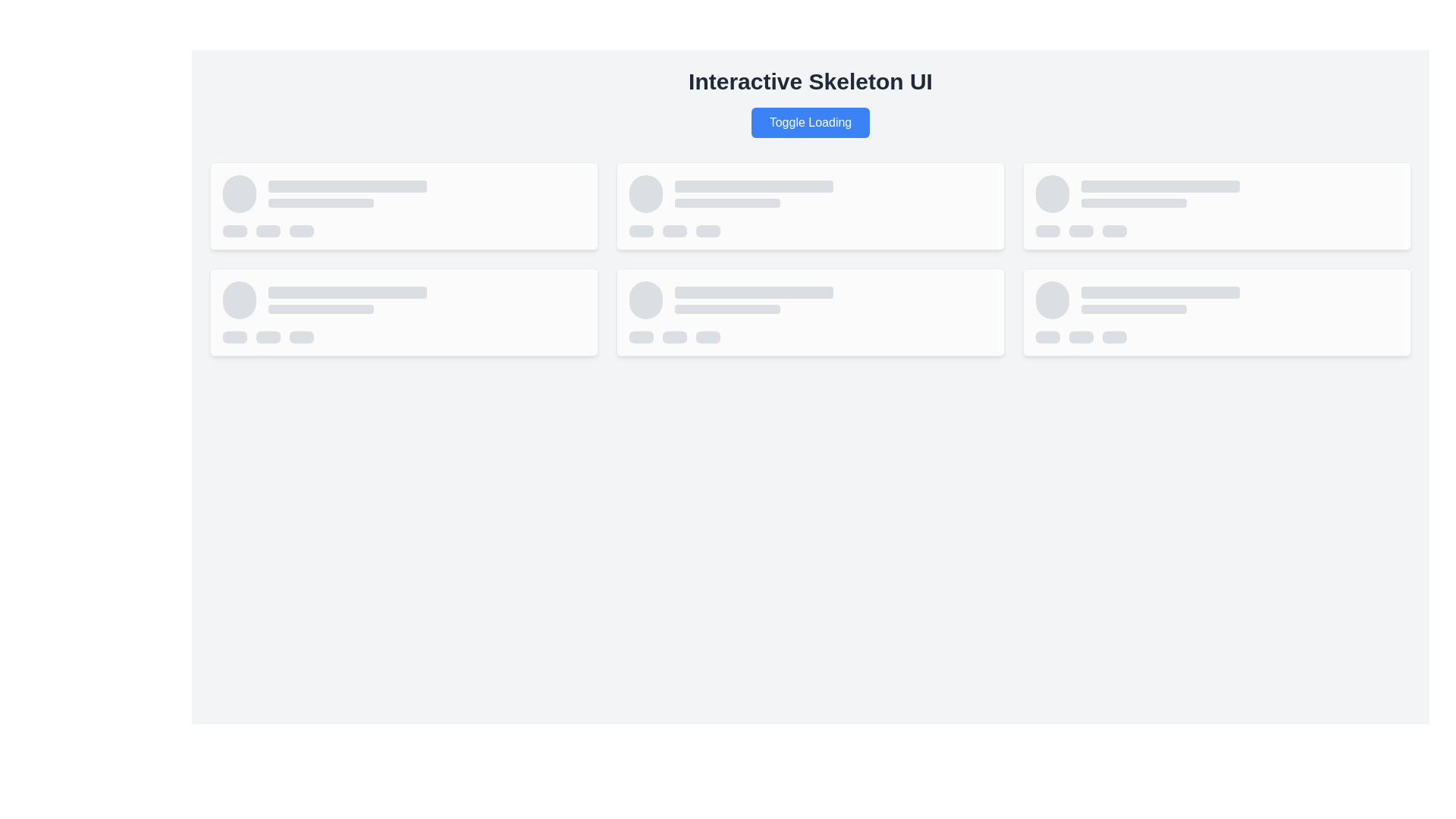 The height and width of the screenshot is (819, 1456). Describe the element at coordinates (1216, 300) in the screenshot. I see `Skeleton loading placeholder located in the rightmost card of the second row within a grid layout using developer tools` at that location.